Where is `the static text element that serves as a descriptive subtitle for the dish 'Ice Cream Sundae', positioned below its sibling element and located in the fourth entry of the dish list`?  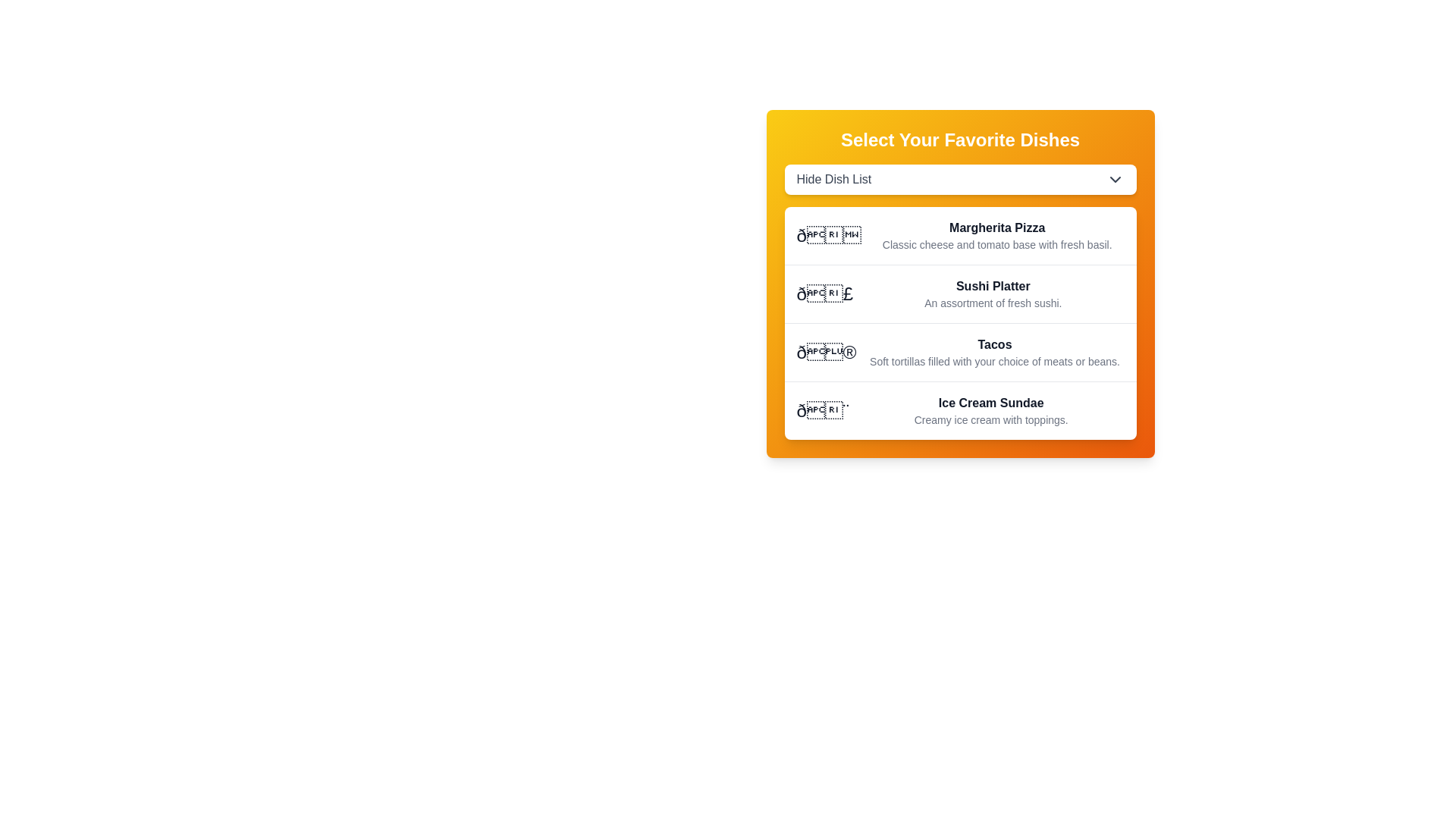 the static text element that serves as a descriptive subtitle for the dish 'Ice Cream Sundae', positioned below its sibling element and located in the fourth entry of the dish list is located at coordinates (991, 420).